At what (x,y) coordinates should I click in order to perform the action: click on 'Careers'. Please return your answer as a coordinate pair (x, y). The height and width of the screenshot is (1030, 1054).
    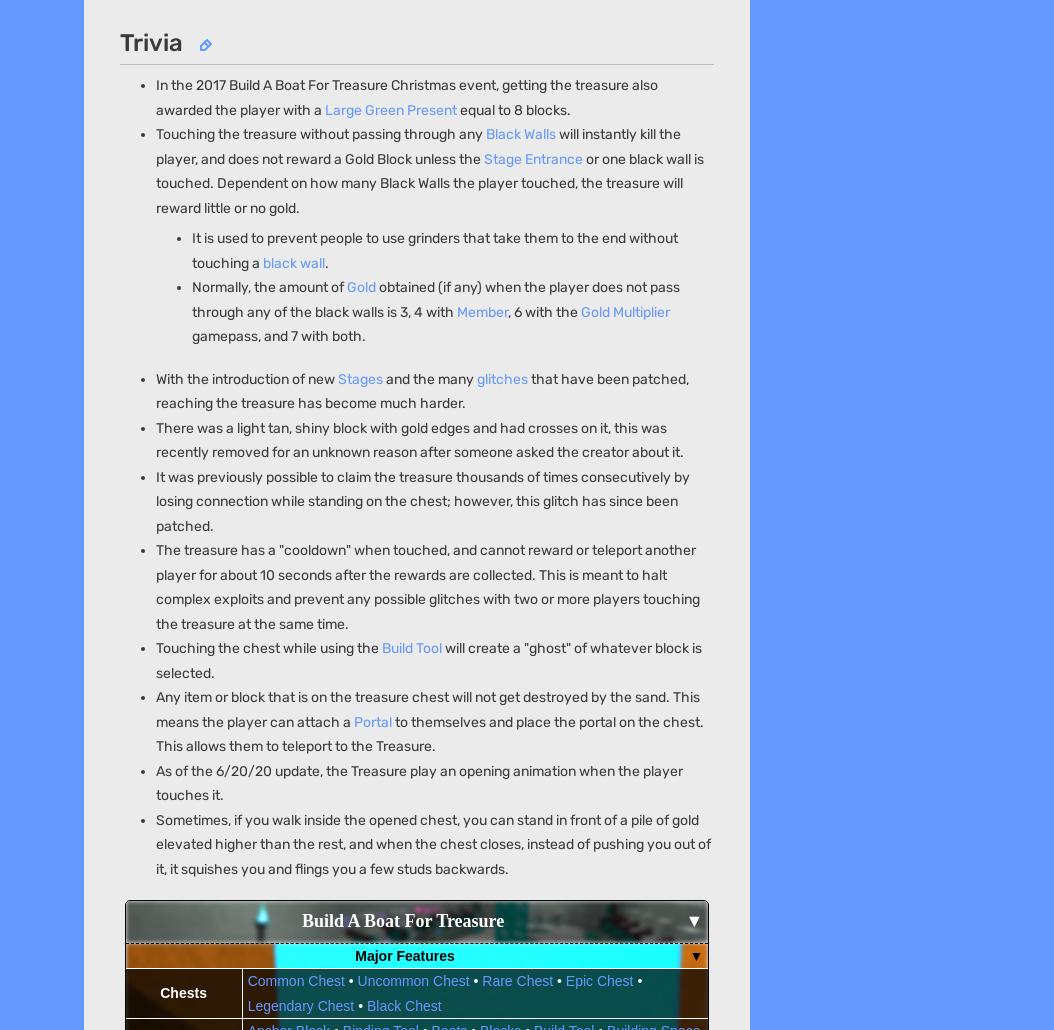
    Looking at the image, I should click on (83, 253).